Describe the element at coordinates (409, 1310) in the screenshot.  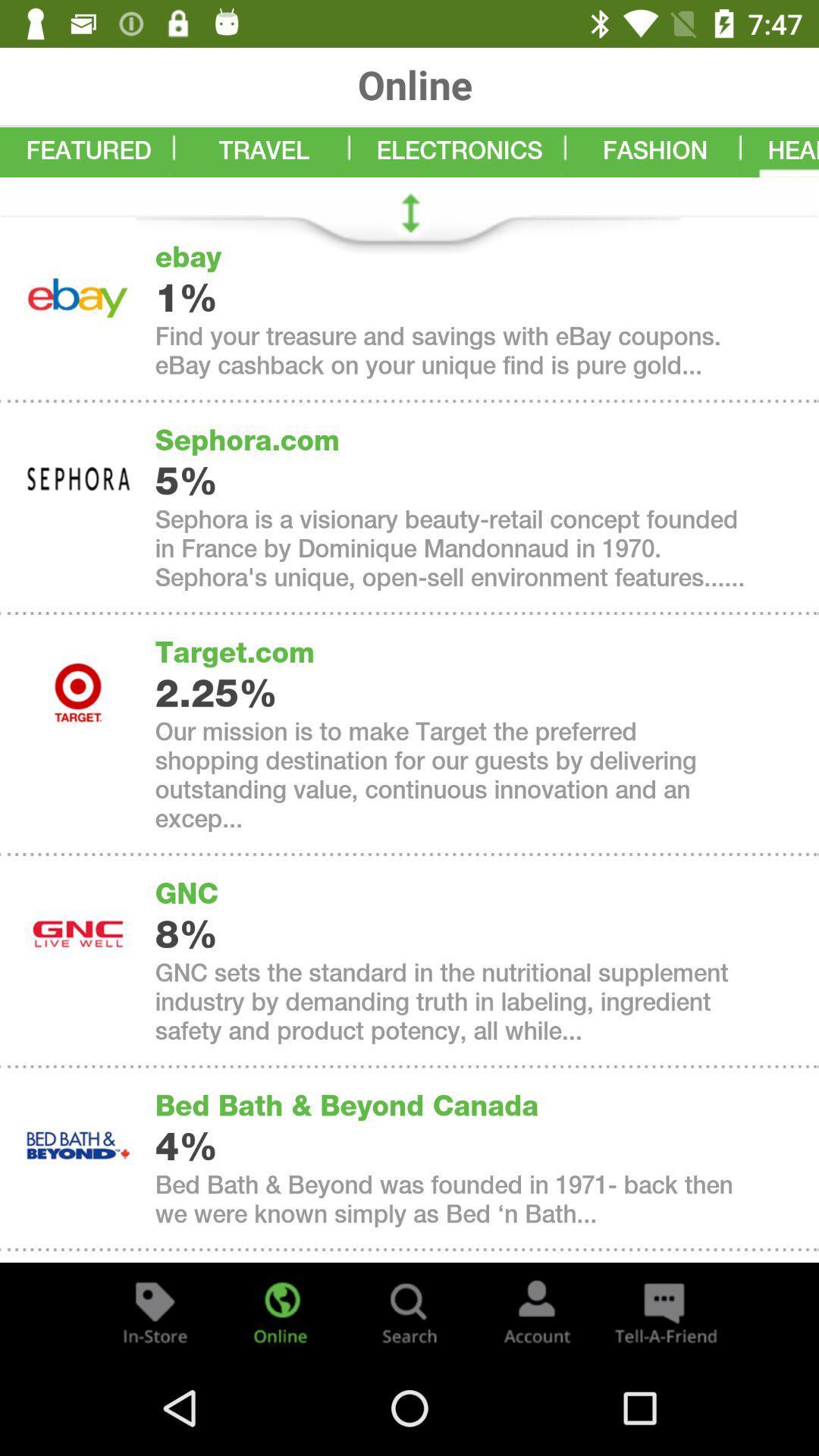
I see `the search icon` at that location.